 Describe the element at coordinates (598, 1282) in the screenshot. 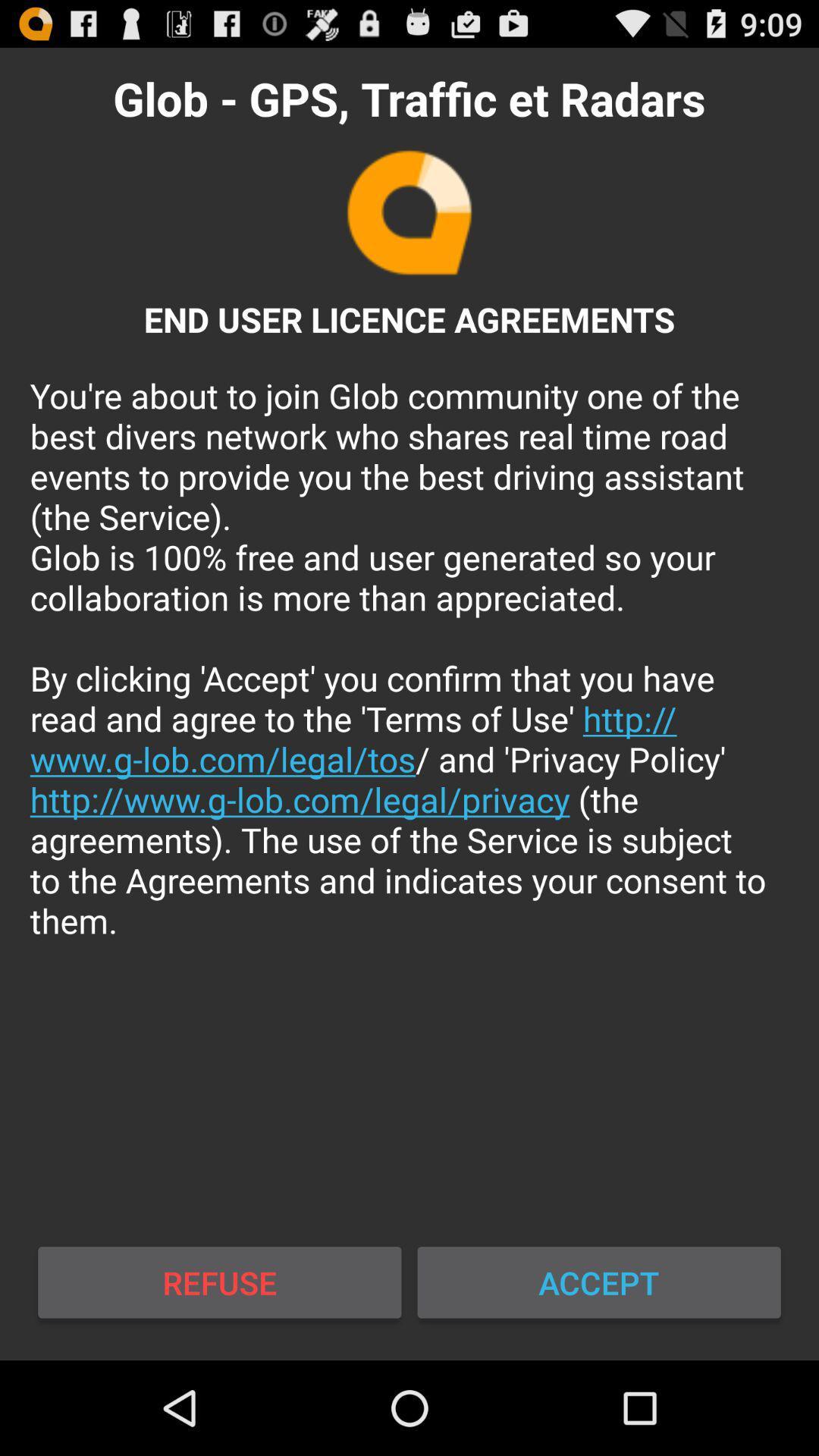

I see `accept at the bottom right corner` at that location.